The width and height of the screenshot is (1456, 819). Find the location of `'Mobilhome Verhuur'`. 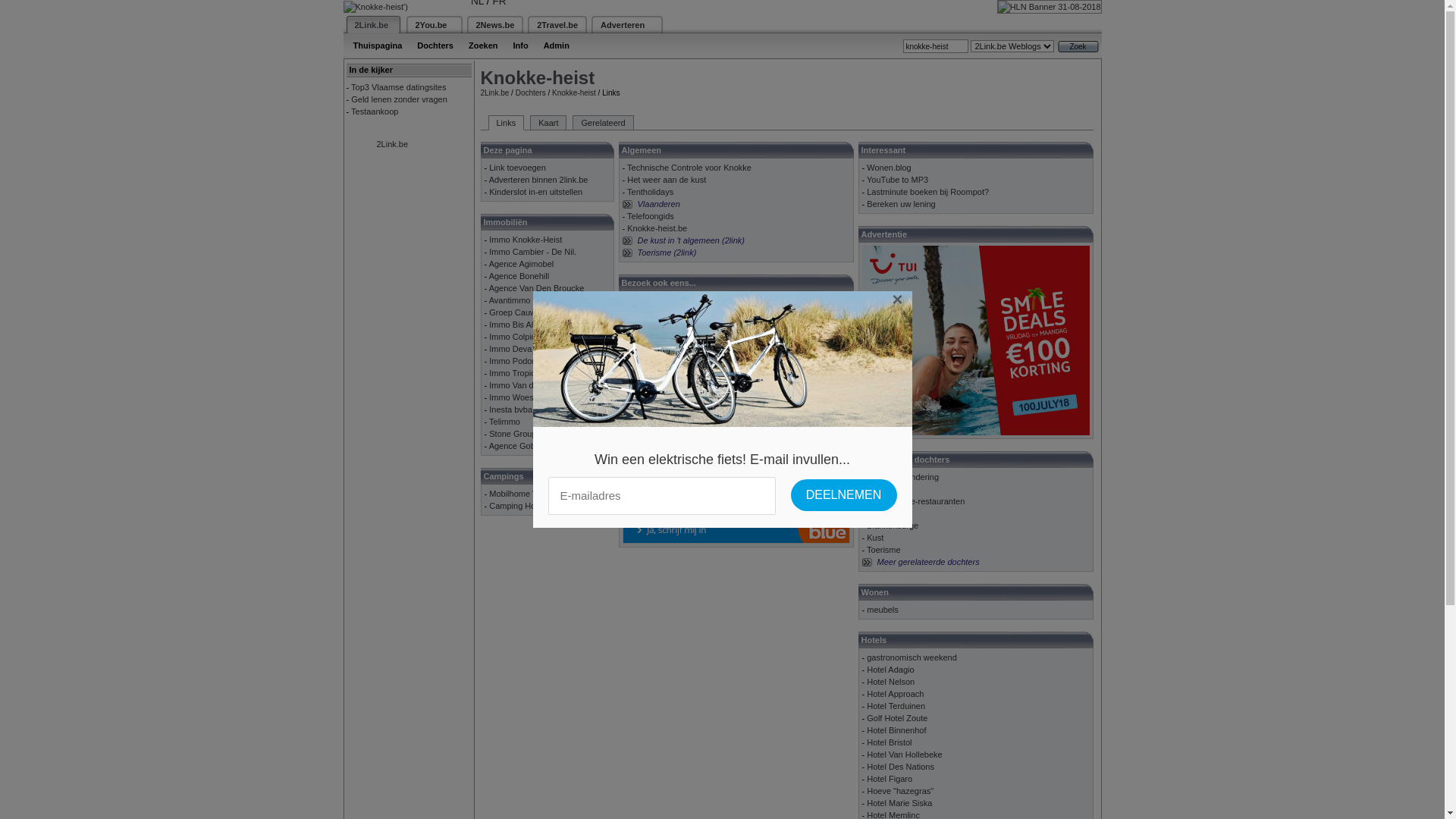

'Mobilhome Verhuur' is located at coordinates (525, 494).